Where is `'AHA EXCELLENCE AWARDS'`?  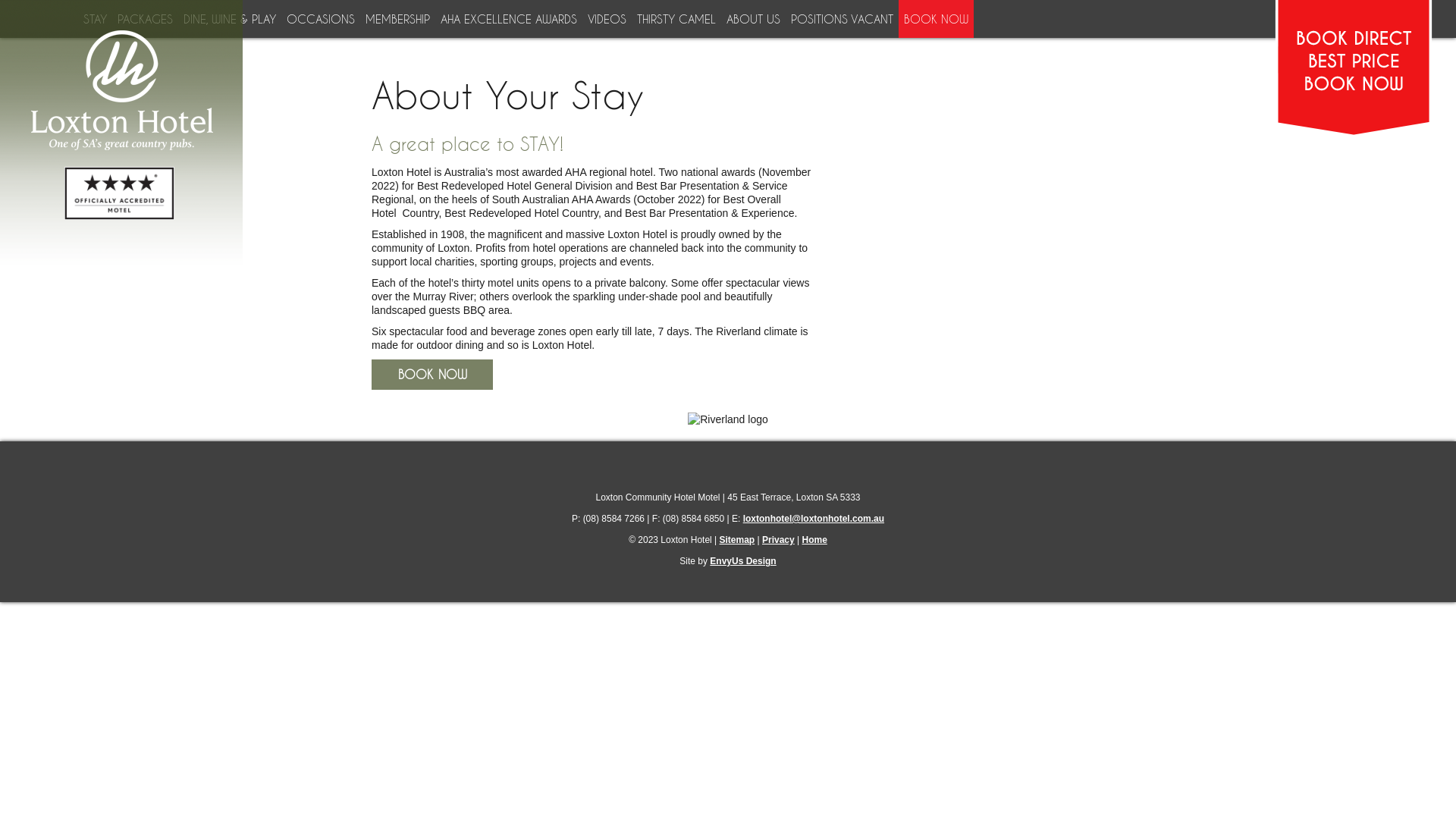 'AHA EXCELLENCE AWARDS' is located at coordinates (506, 18).